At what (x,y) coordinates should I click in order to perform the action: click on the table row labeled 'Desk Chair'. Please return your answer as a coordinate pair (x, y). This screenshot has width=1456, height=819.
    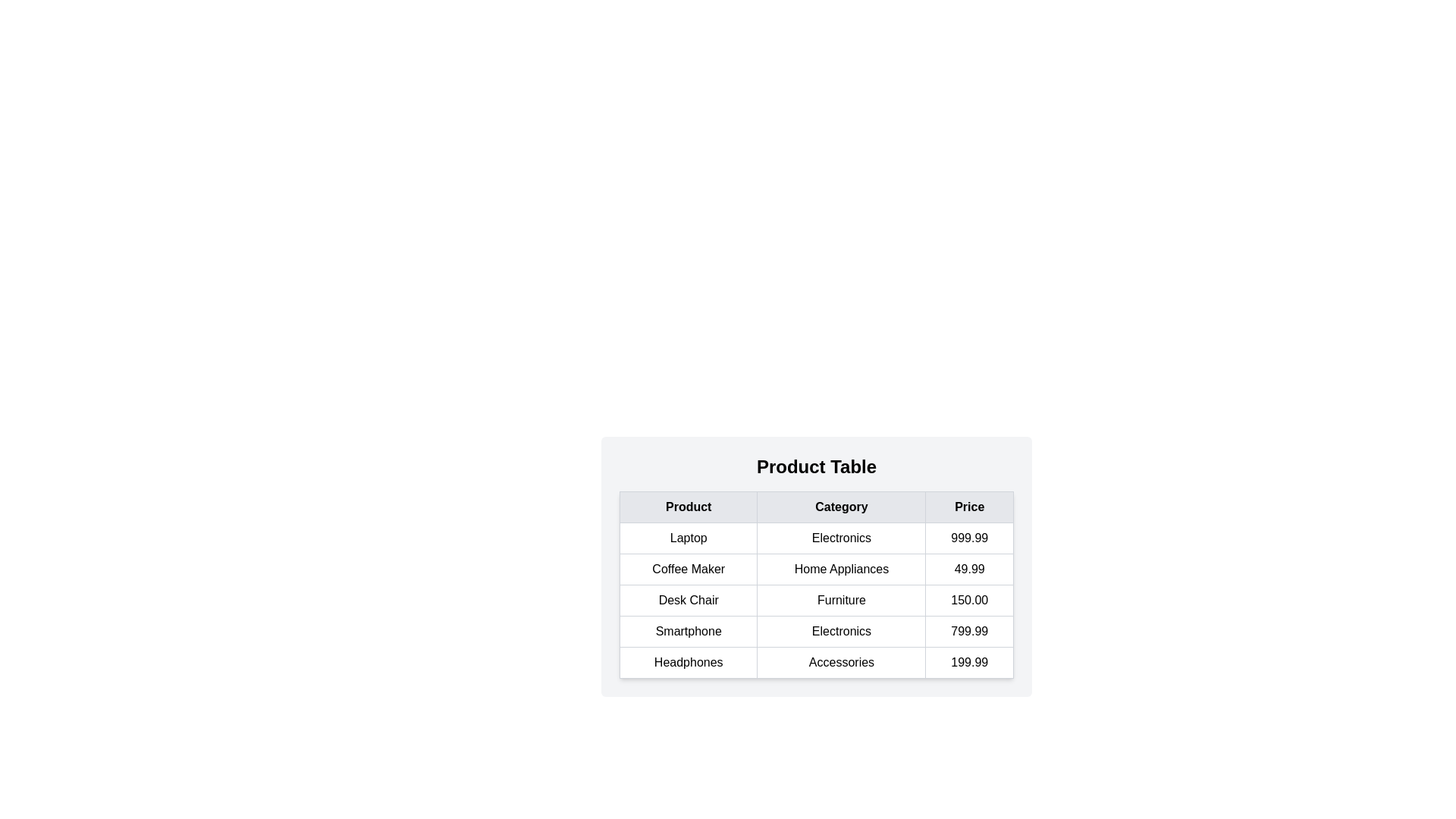
    Looking at the image, I should click on (815, 599).